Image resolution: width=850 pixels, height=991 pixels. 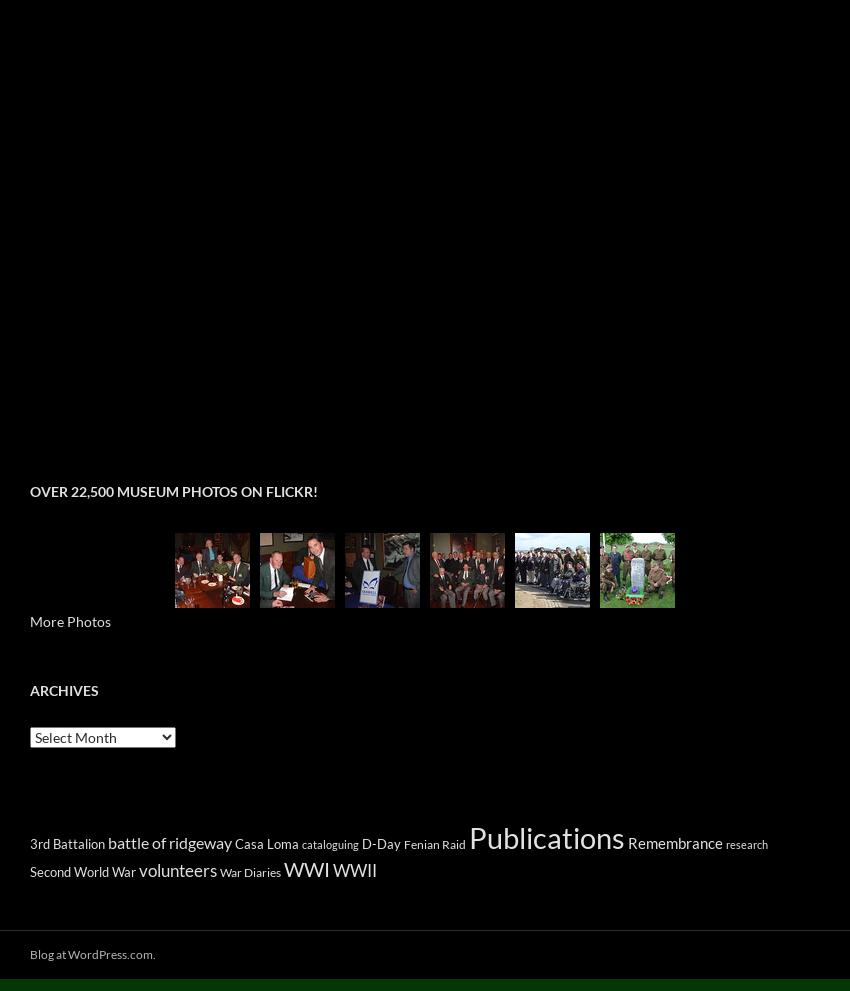 I want to click on 'Publications', so click(x=545, y=836).